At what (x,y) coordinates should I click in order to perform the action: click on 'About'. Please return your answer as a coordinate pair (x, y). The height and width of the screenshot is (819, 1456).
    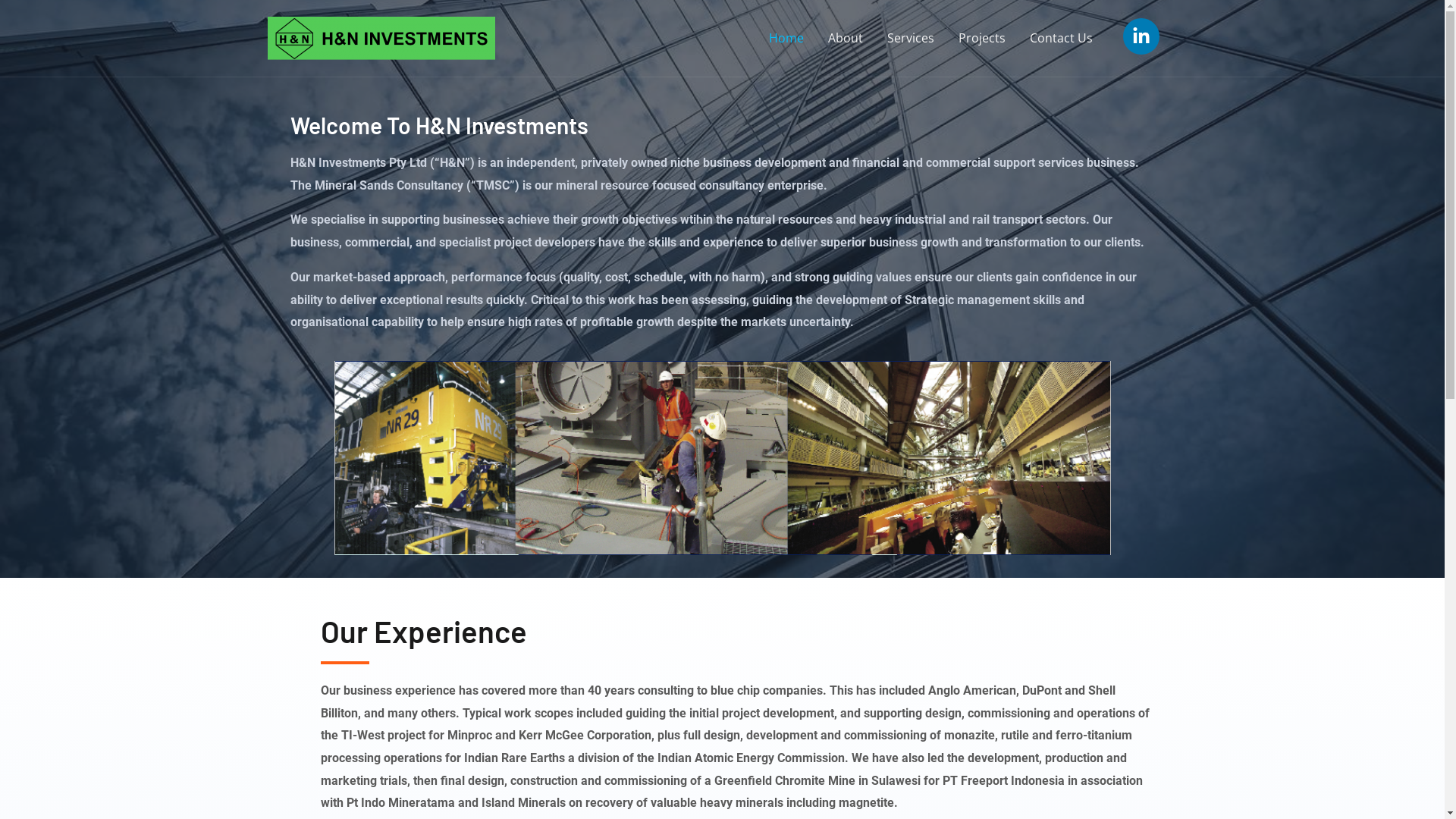
    Looking at the image, I should click on (844, 37).